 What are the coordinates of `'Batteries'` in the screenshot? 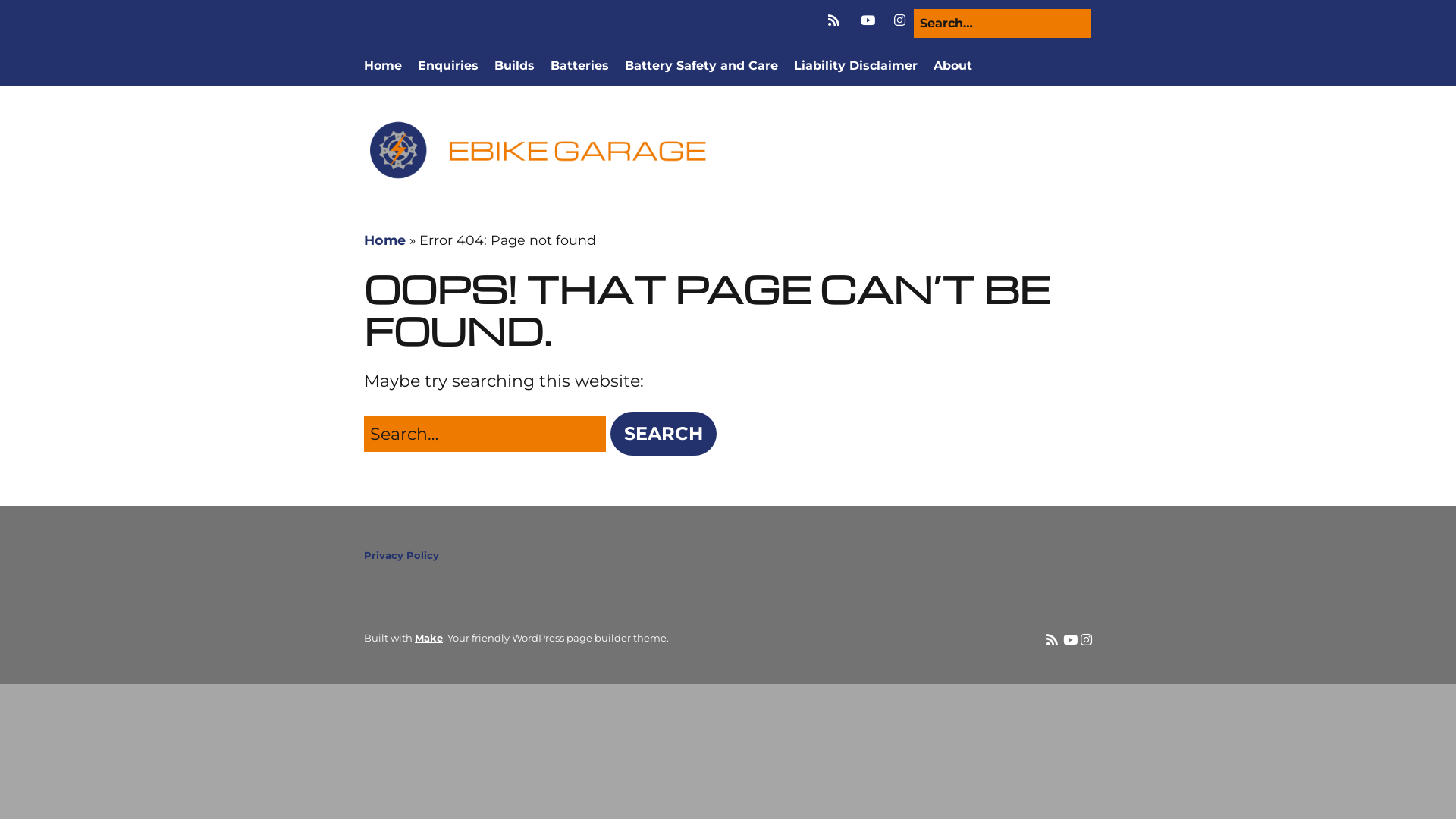 It's located at (579, 65).